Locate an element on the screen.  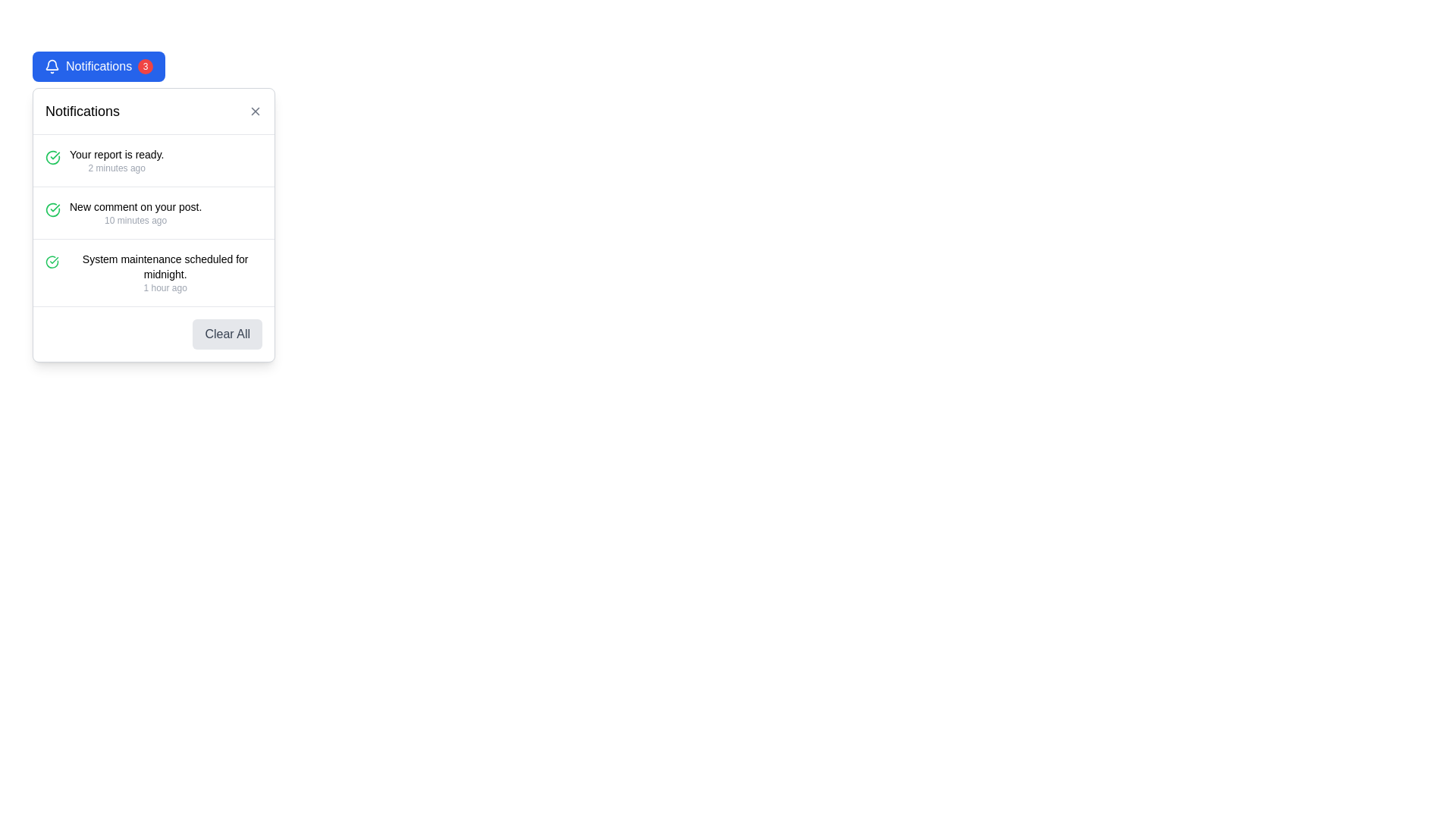
the first notification item in the notification panel that contains a green check icon and the text 'Your report is ready.' is located at coordinates (153, 161).